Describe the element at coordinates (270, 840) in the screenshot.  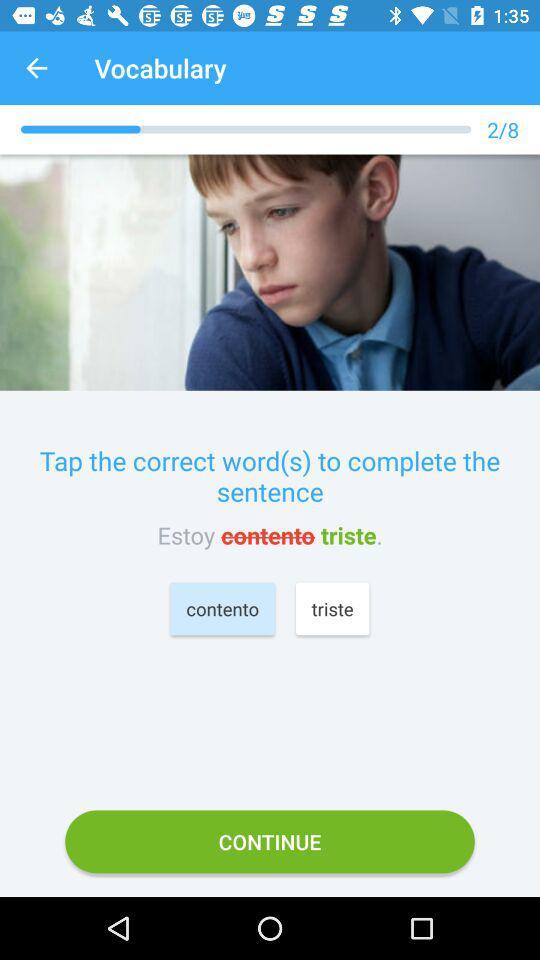
I see `continue icon` at that location.